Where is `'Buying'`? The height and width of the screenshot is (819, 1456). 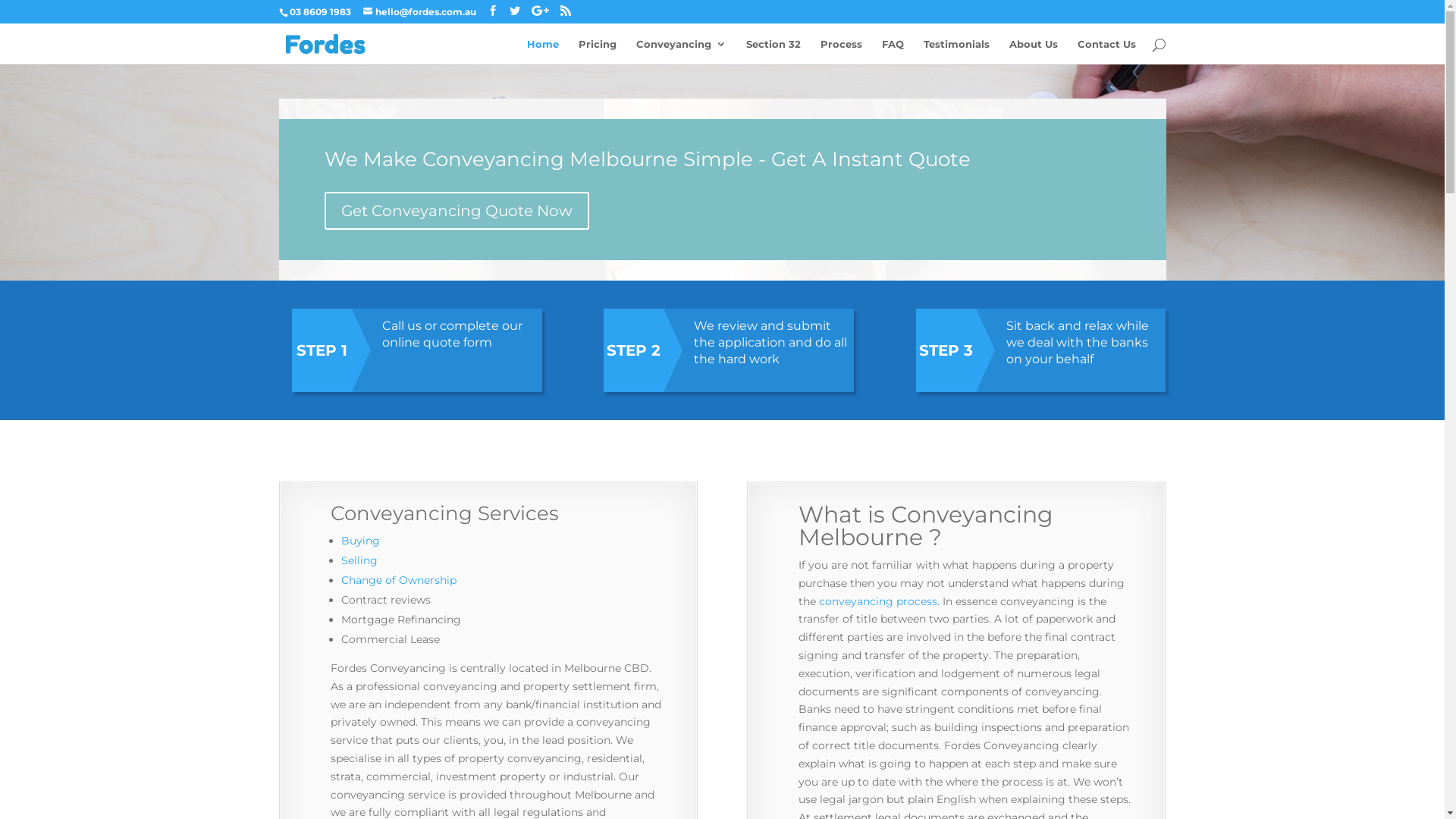
'Buying' is located at coordinates (359, 540).